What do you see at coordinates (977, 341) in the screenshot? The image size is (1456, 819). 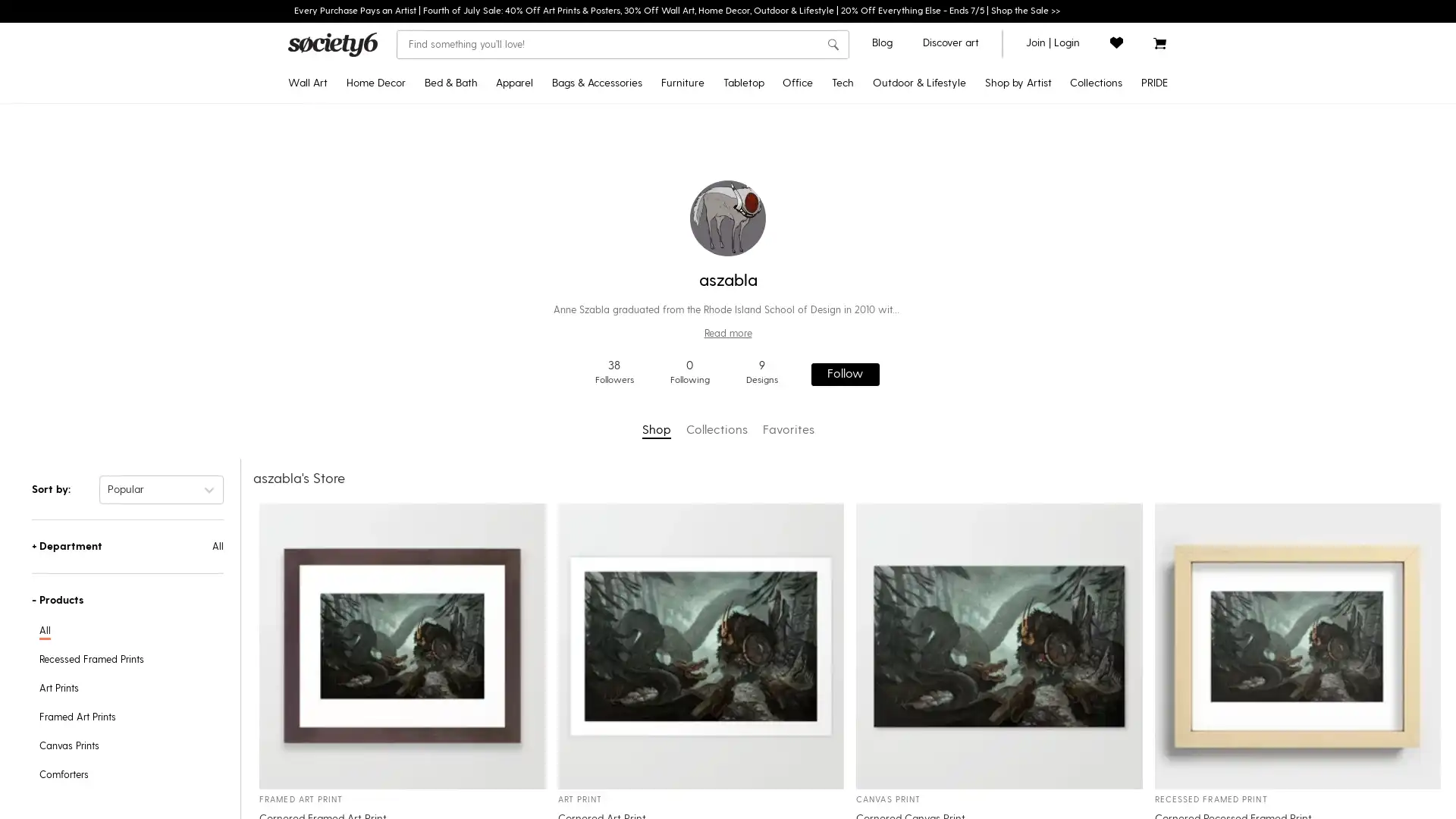 I see `Shop by Artist` at bounding box center [977, 341].